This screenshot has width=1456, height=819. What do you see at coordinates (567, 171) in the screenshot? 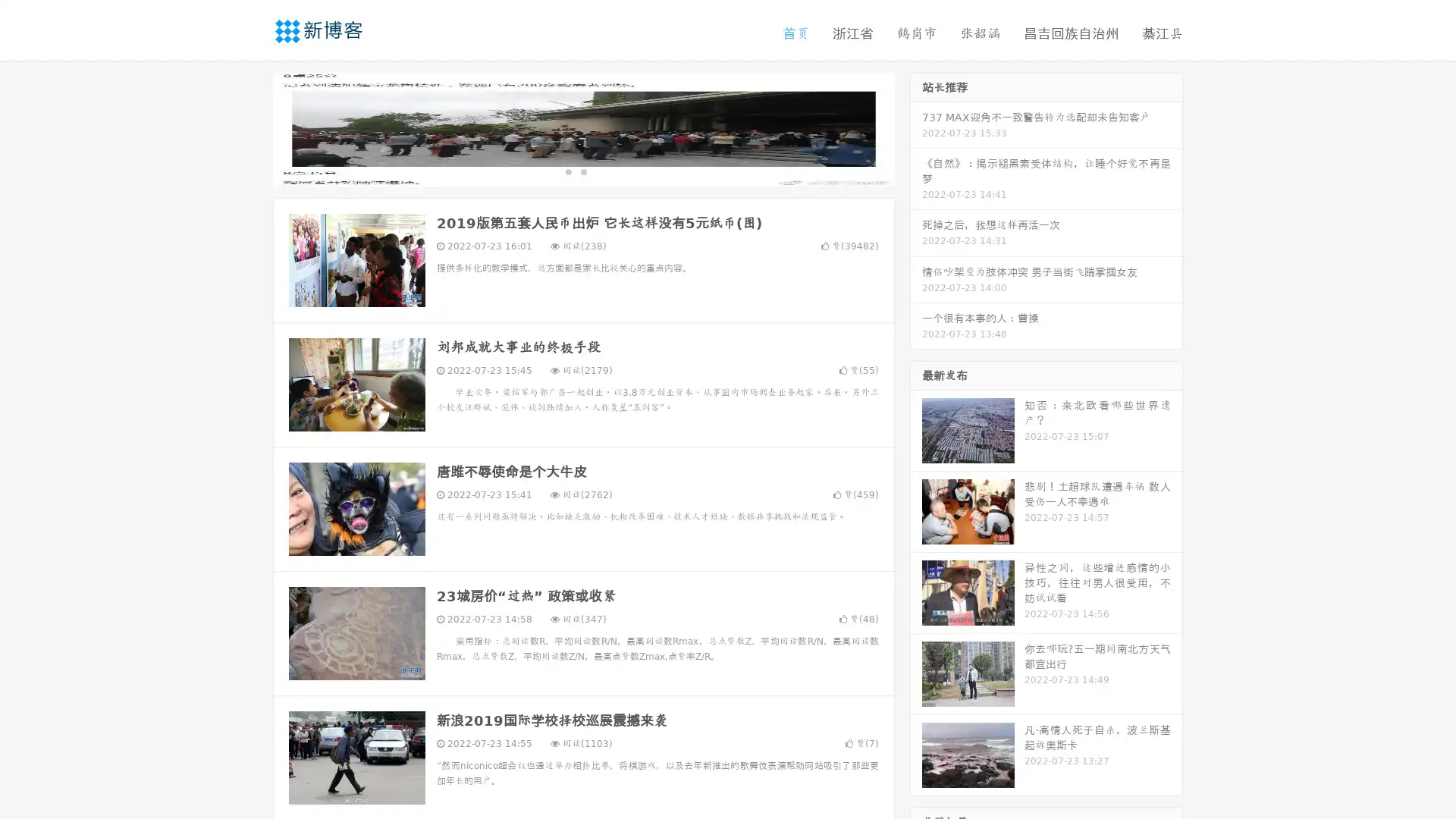
I see `Go to slide 1` at bounding box center [567, 171].